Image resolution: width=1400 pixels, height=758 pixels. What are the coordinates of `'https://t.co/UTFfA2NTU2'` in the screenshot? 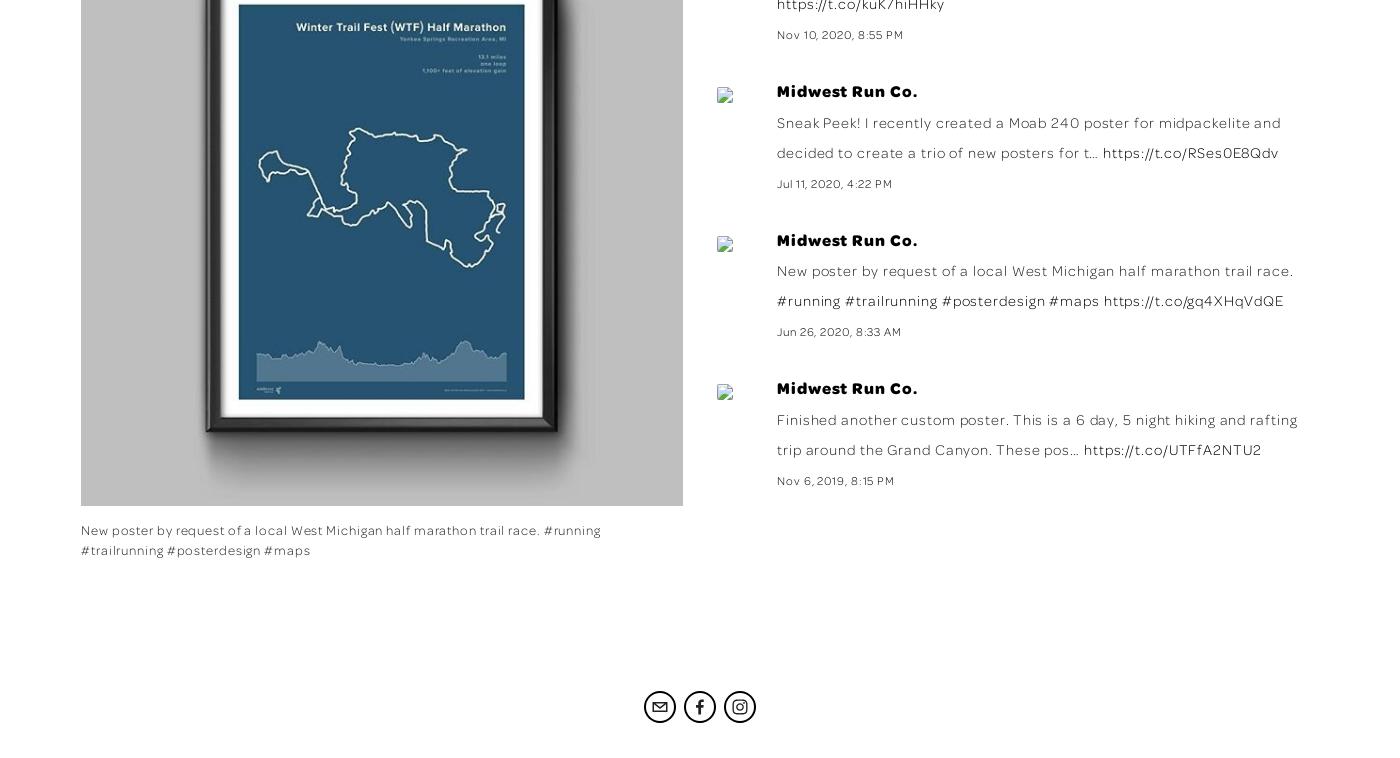 It's located at (1171, 448).